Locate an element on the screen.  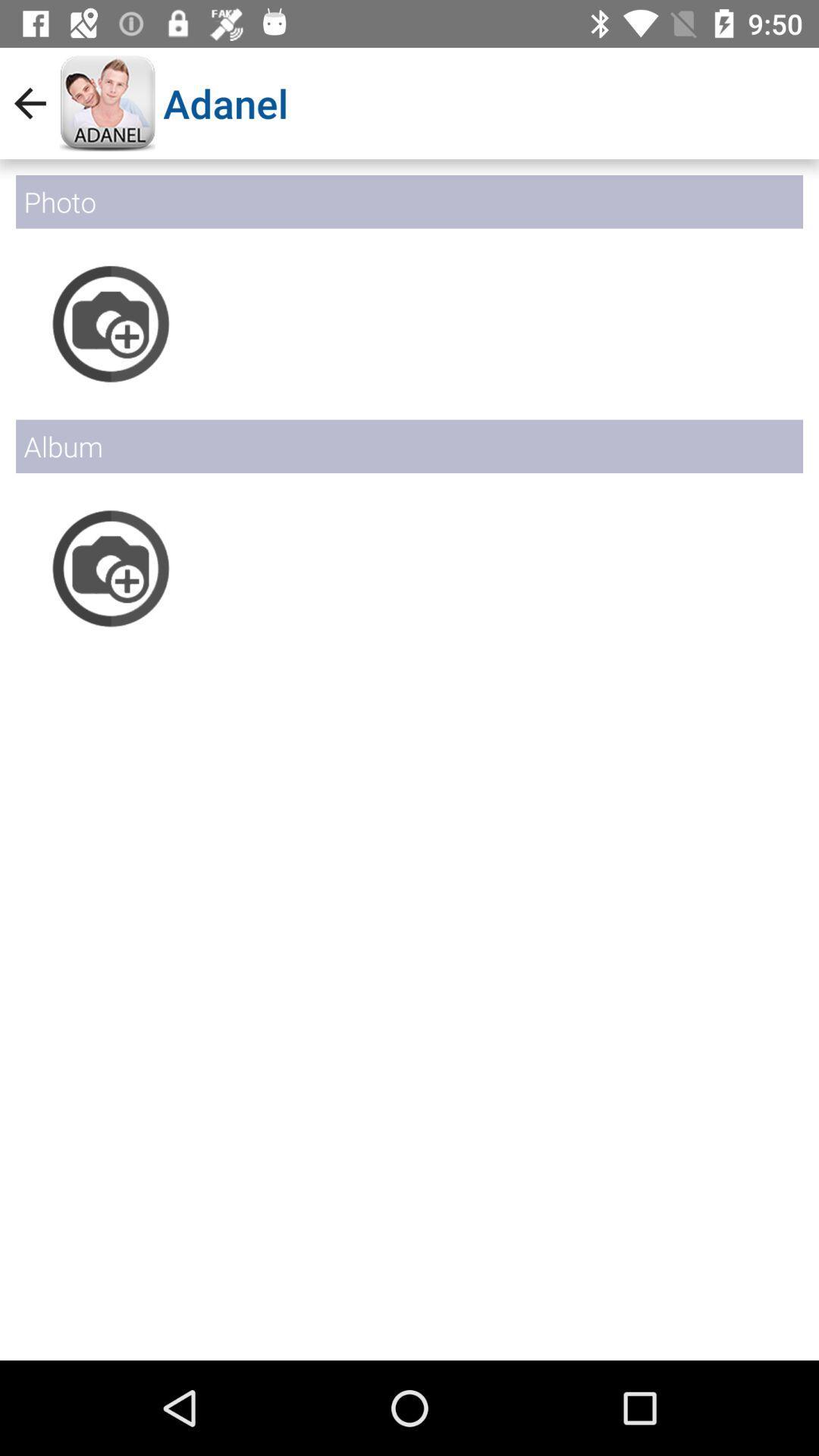
the photo icon is located at coordinates (110, 323).